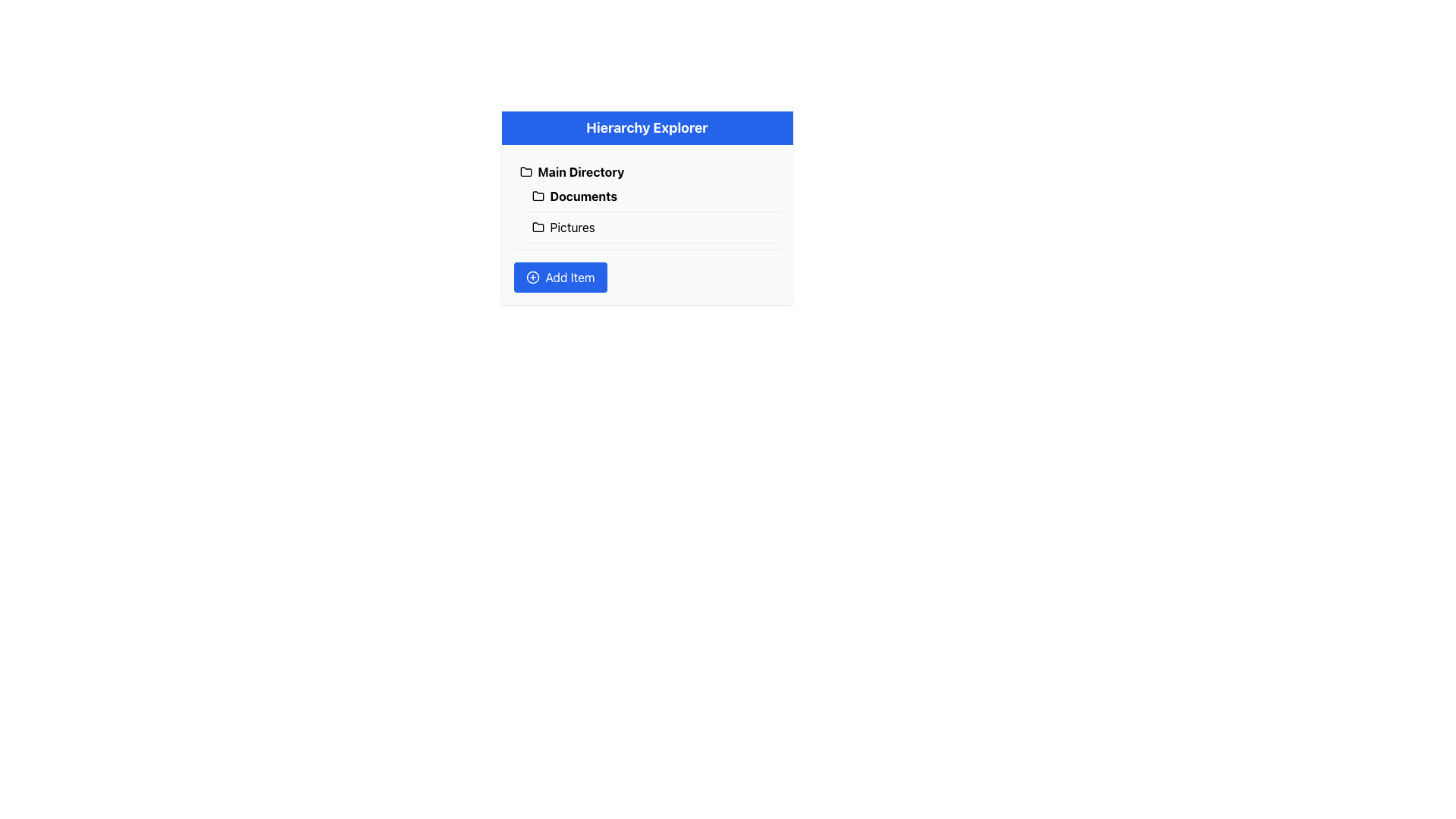 The height and width of the screenshot is (819, 1456). I want to click on the folder icon located next to the 'Pictures' text in the Hierarchy Explorer, so click(538, 227).